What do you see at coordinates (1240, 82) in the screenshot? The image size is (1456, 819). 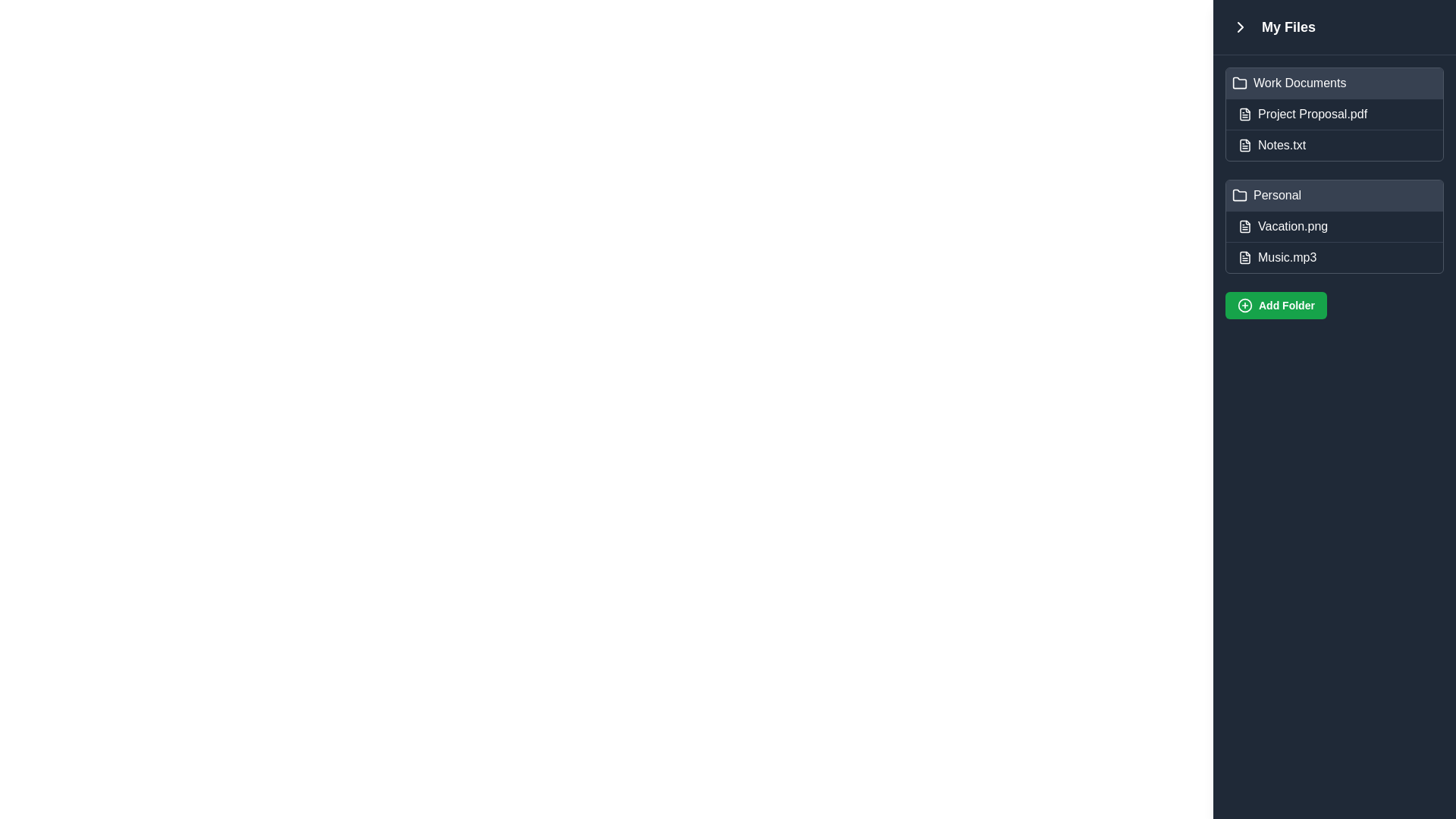 I see `the decorative folder icon for 'Work Documents' located in the file navigation pane on the right side of the interface` at bounding box center [1240, 82].